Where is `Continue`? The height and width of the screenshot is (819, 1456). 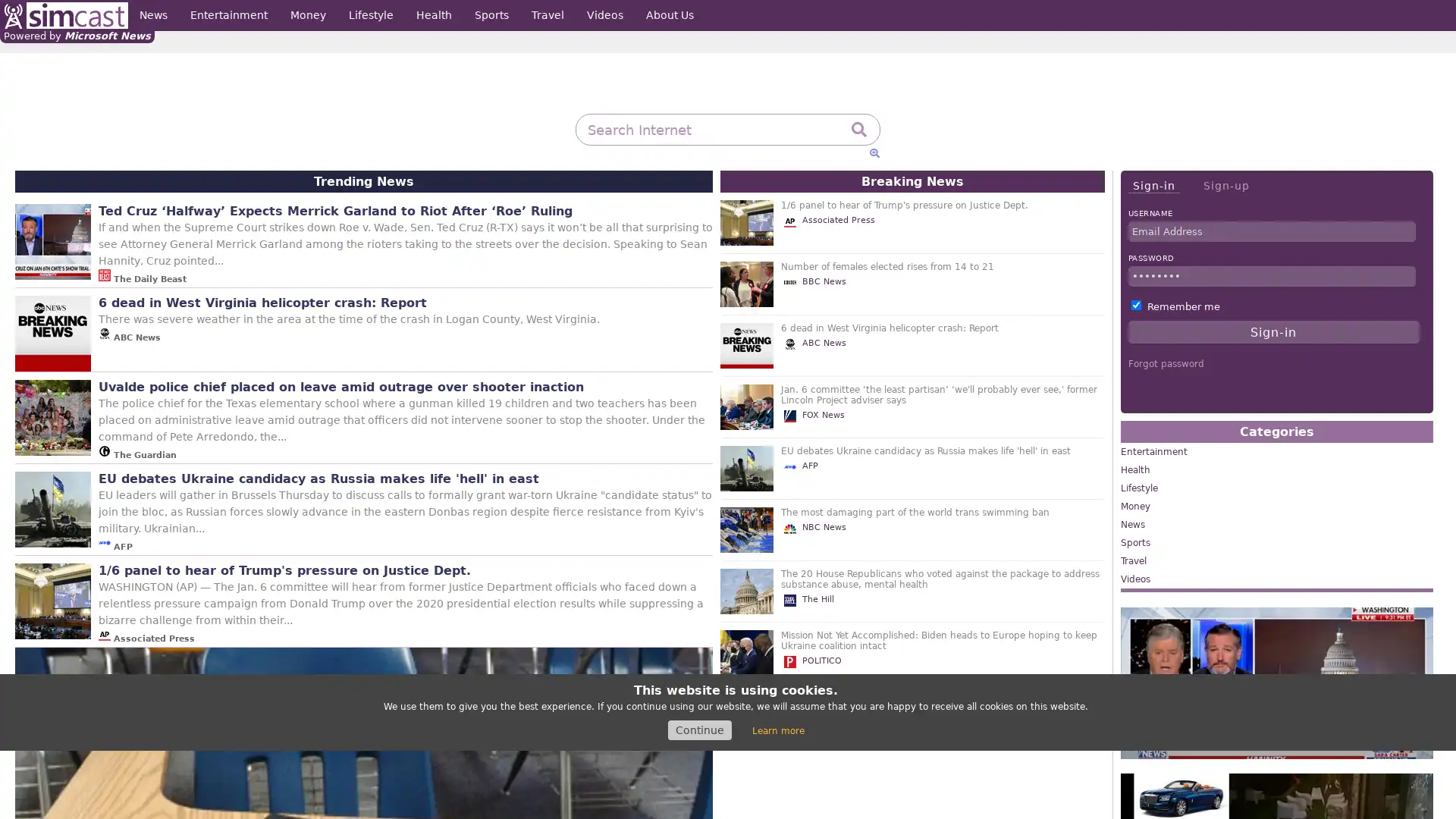 Continue is located at coordinates (698, 730).